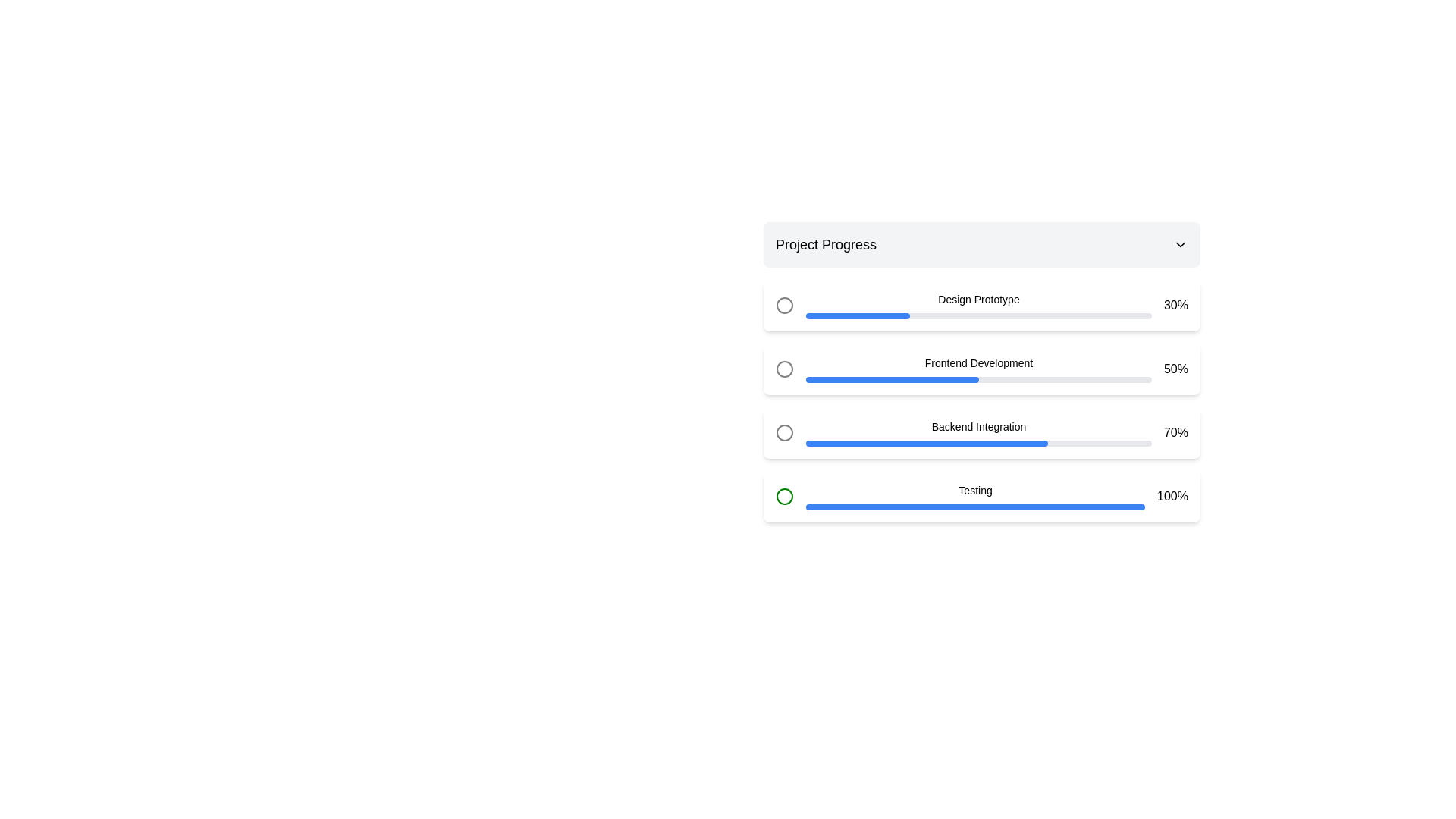 The width and height of the screenshot is (1456, 819). I want to click on the progress indicator, so click(858, 315).